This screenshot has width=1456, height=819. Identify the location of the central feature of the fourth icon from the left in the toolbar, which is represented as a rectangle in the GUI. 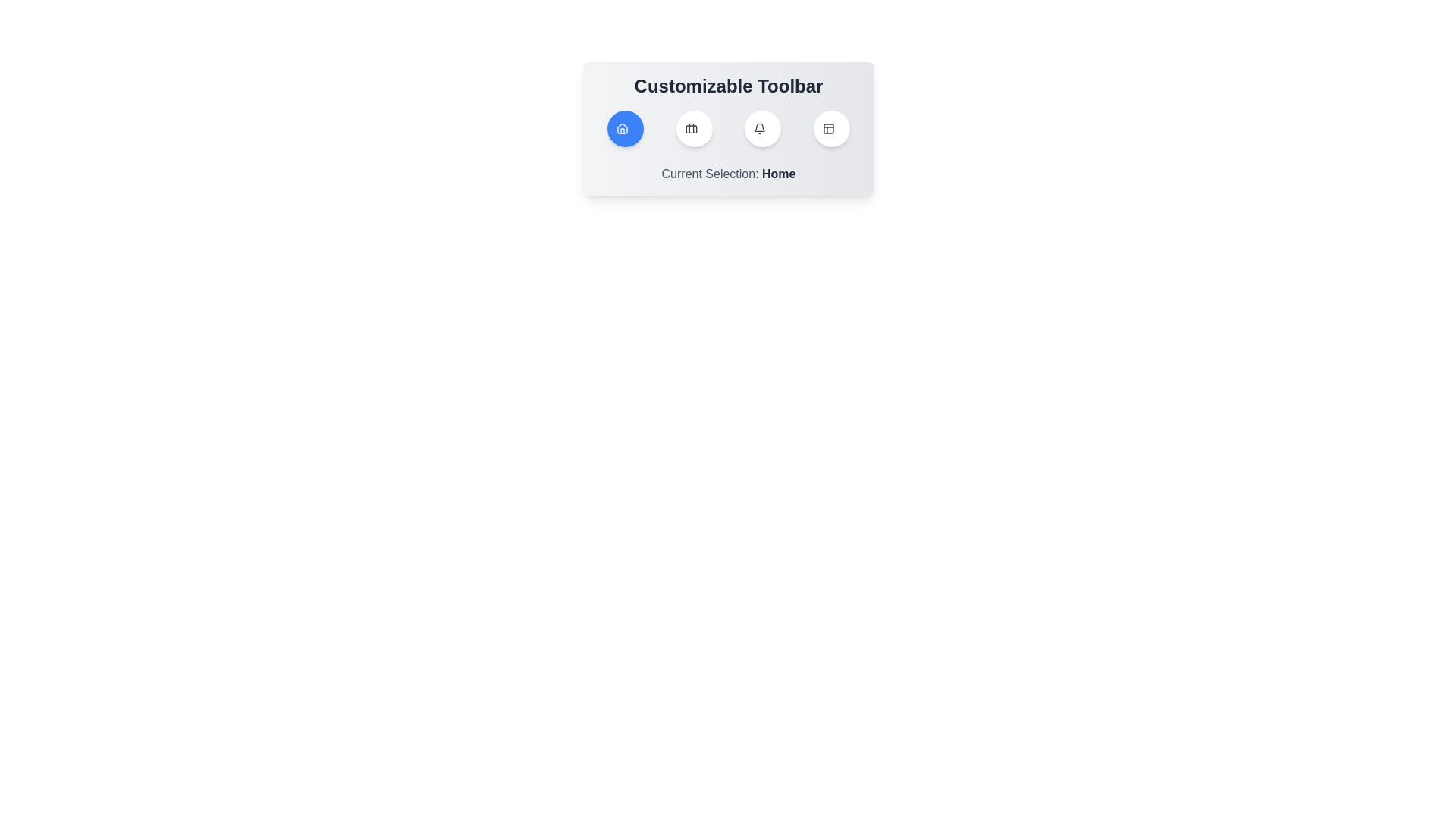
(828, 127).